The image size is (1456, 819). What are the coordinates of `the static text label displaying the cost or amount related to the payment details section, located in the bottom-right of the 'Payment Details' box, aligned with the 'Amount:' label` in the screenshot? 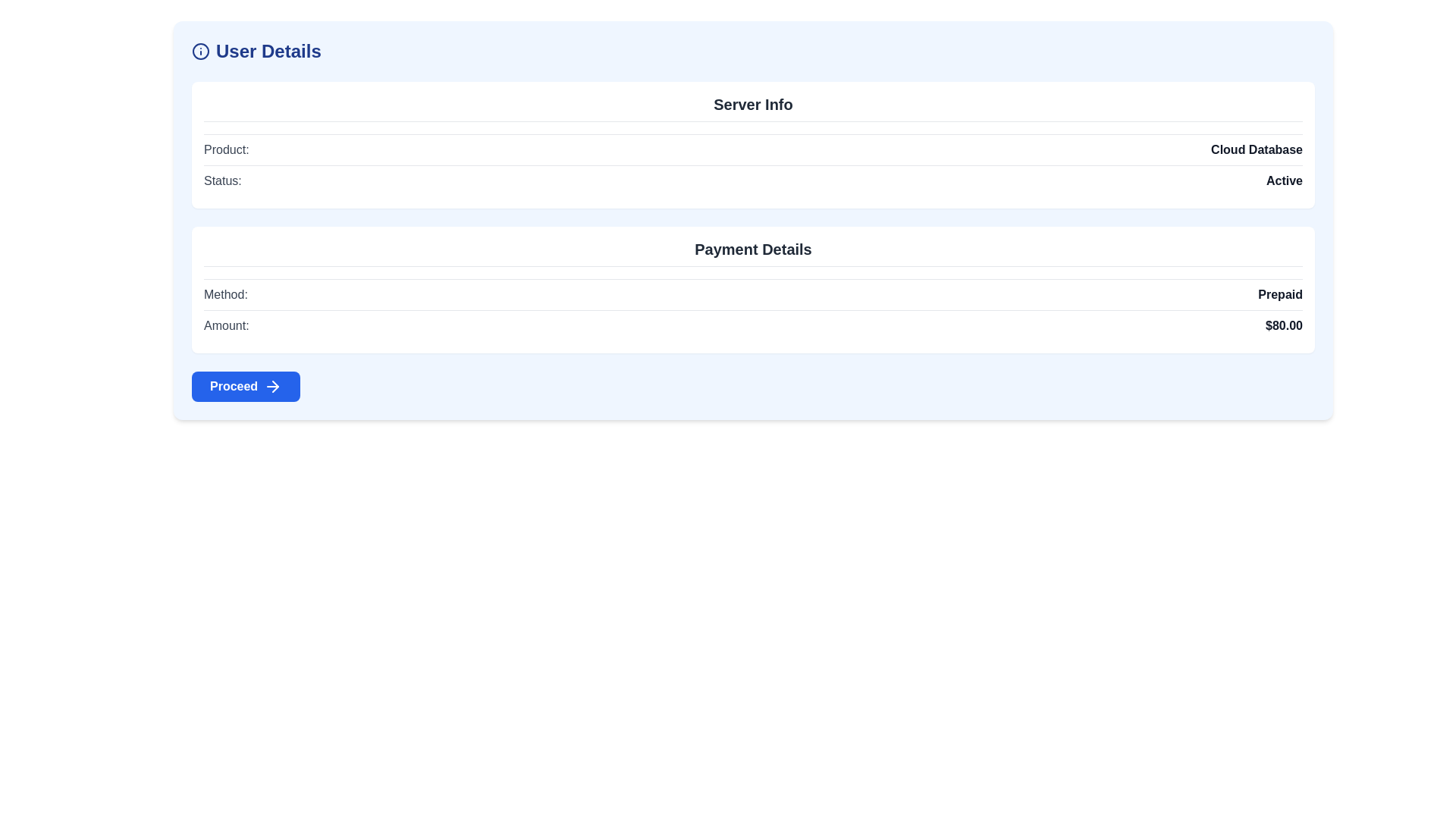 It's located at (1283, 325).